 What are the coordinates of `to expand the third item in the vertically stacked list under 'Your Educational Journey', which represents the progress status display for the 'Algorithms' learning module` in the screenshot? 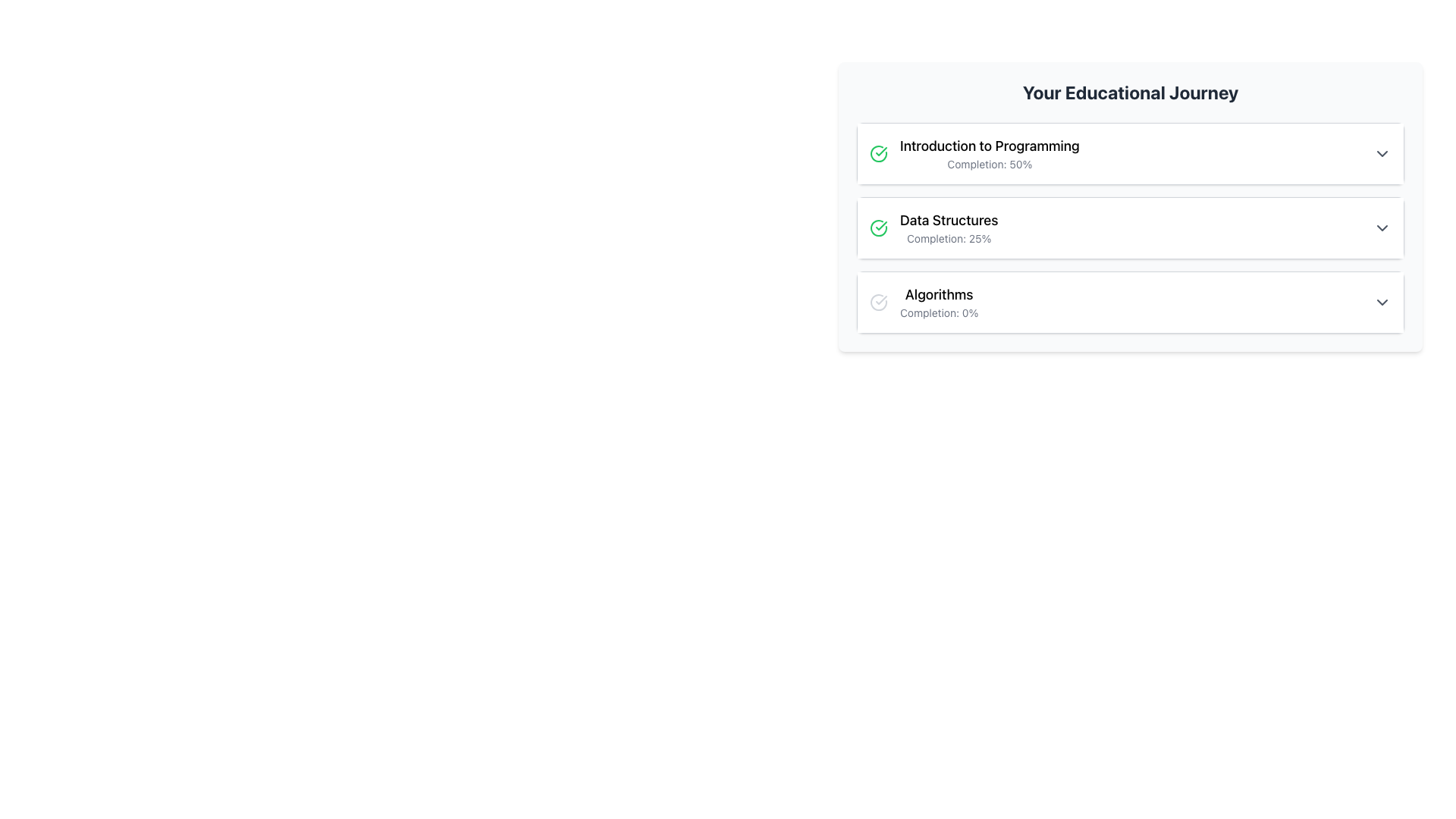 It's located at (1131, 302).